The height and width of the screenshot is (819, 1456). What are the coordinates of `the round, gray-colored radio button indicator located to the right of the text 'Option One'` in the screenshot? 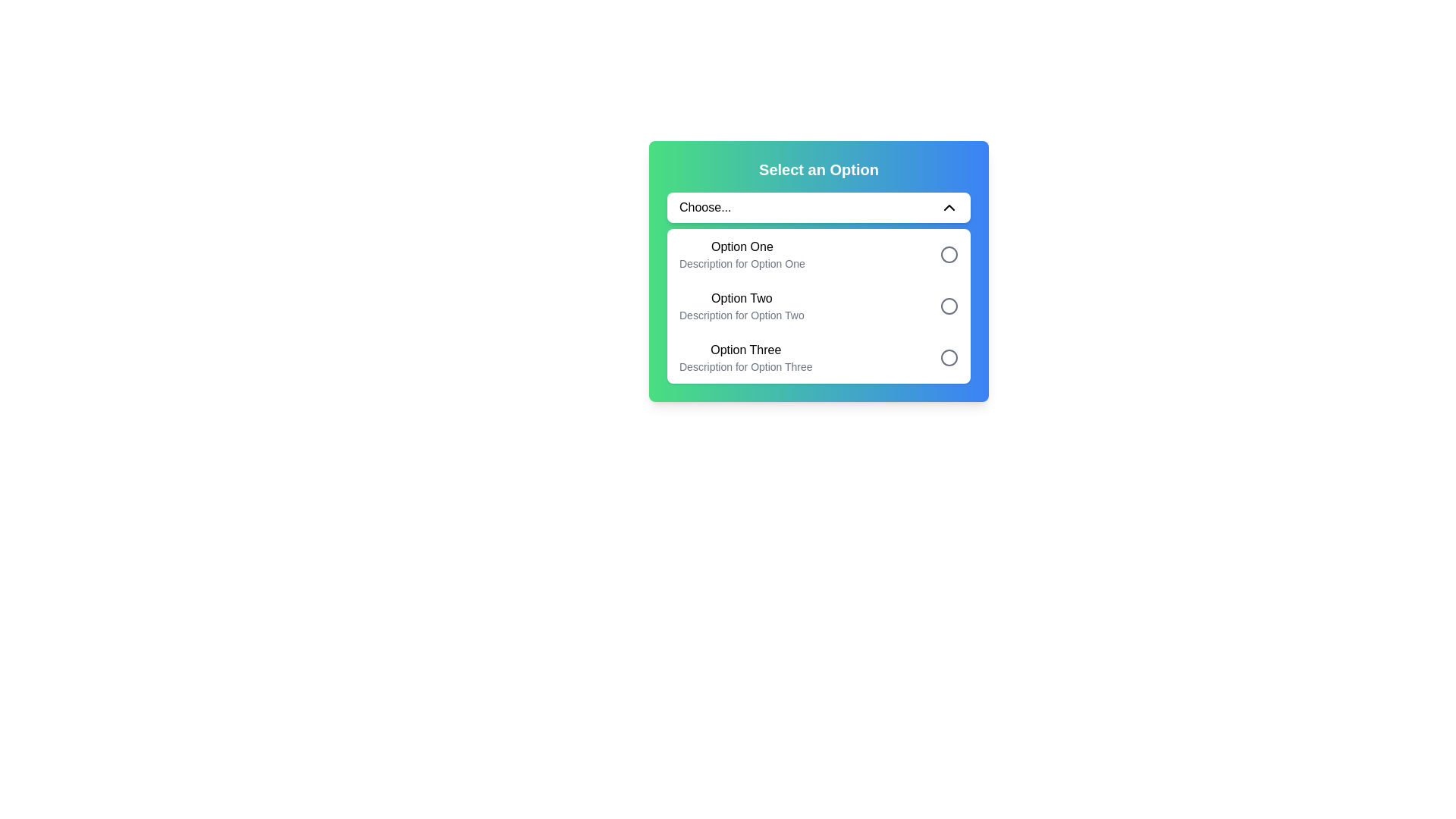 It's located at (949, 253).